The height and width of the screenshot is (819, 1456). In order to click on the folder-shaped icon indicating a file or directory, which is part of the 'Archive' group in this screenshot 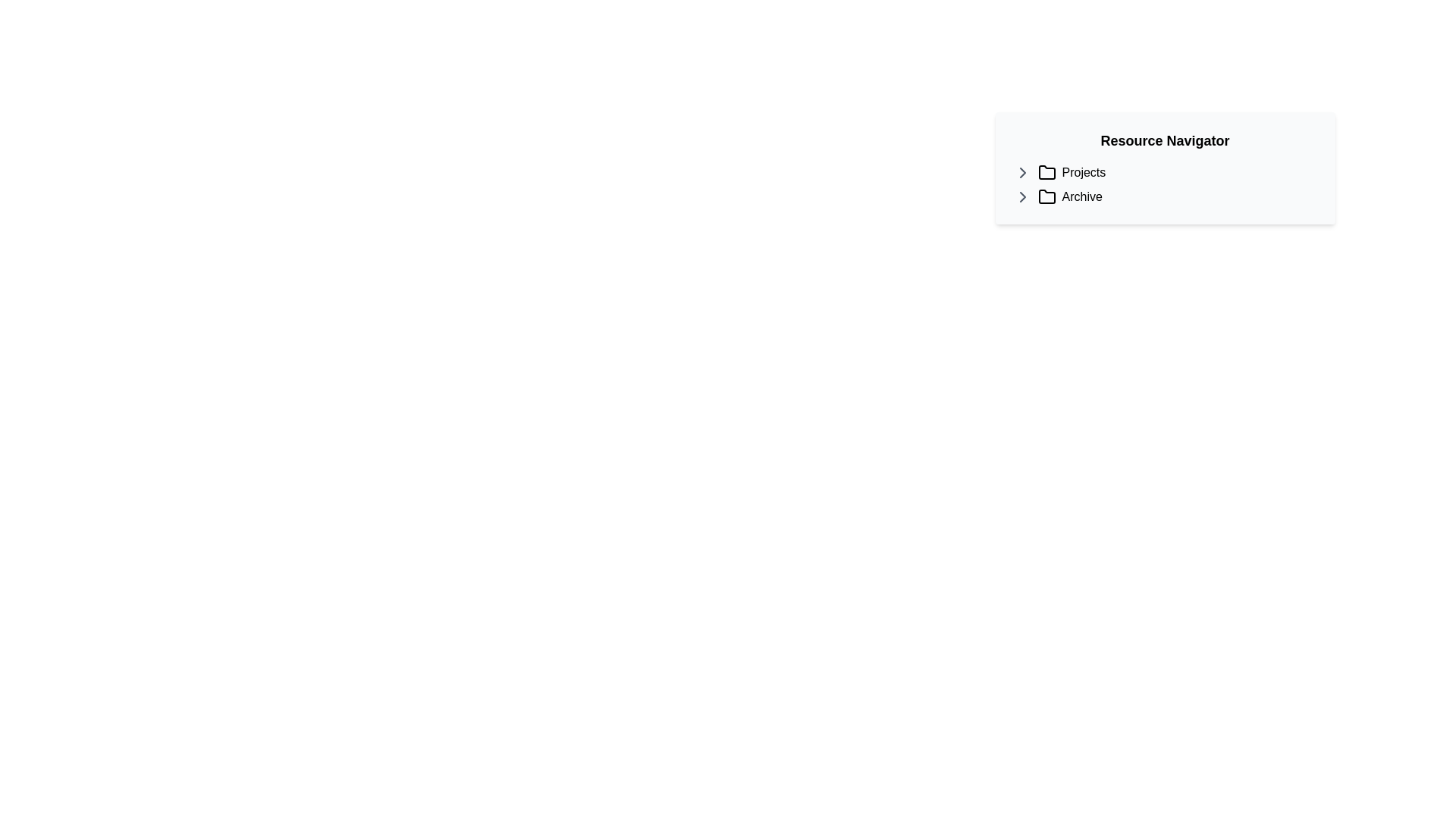, I will do `click(1046, 196)`.